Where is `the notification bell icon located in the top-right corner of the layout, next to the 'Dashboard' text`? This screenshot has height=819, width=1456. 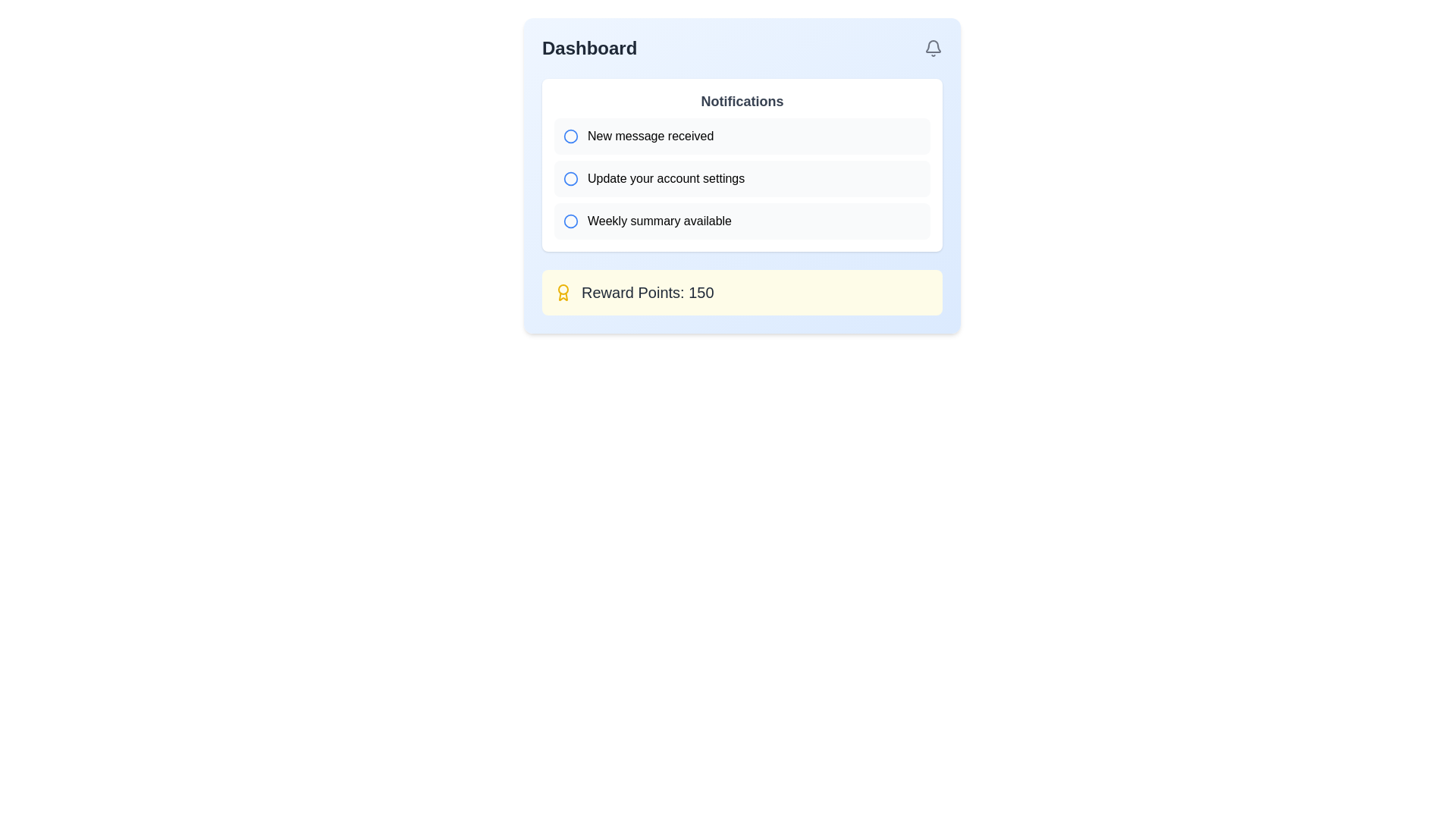
the notification bell icon located in the top-right corner of the layout, next to the 'Dashboard' text is located at coordinates (932, 48).